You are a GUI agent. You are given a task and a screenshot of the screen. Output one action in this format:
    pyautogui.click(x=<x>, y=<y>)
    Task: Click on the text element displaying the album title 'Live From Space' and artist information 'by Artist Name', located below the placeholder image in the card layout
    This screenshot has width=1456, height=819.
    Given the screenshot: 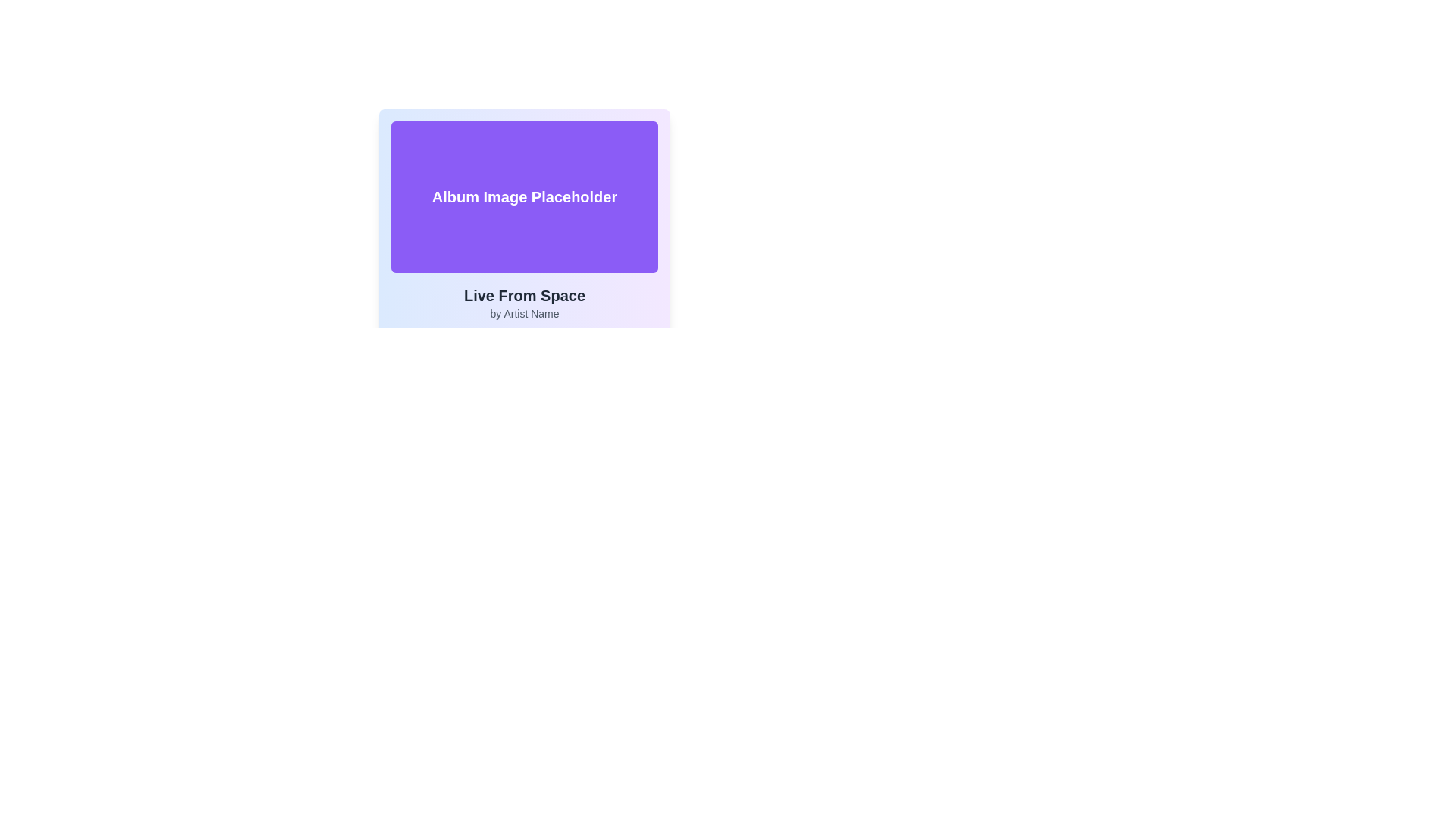 What is the action you would take?
    pyautogui.click(x=524, y=303)
    